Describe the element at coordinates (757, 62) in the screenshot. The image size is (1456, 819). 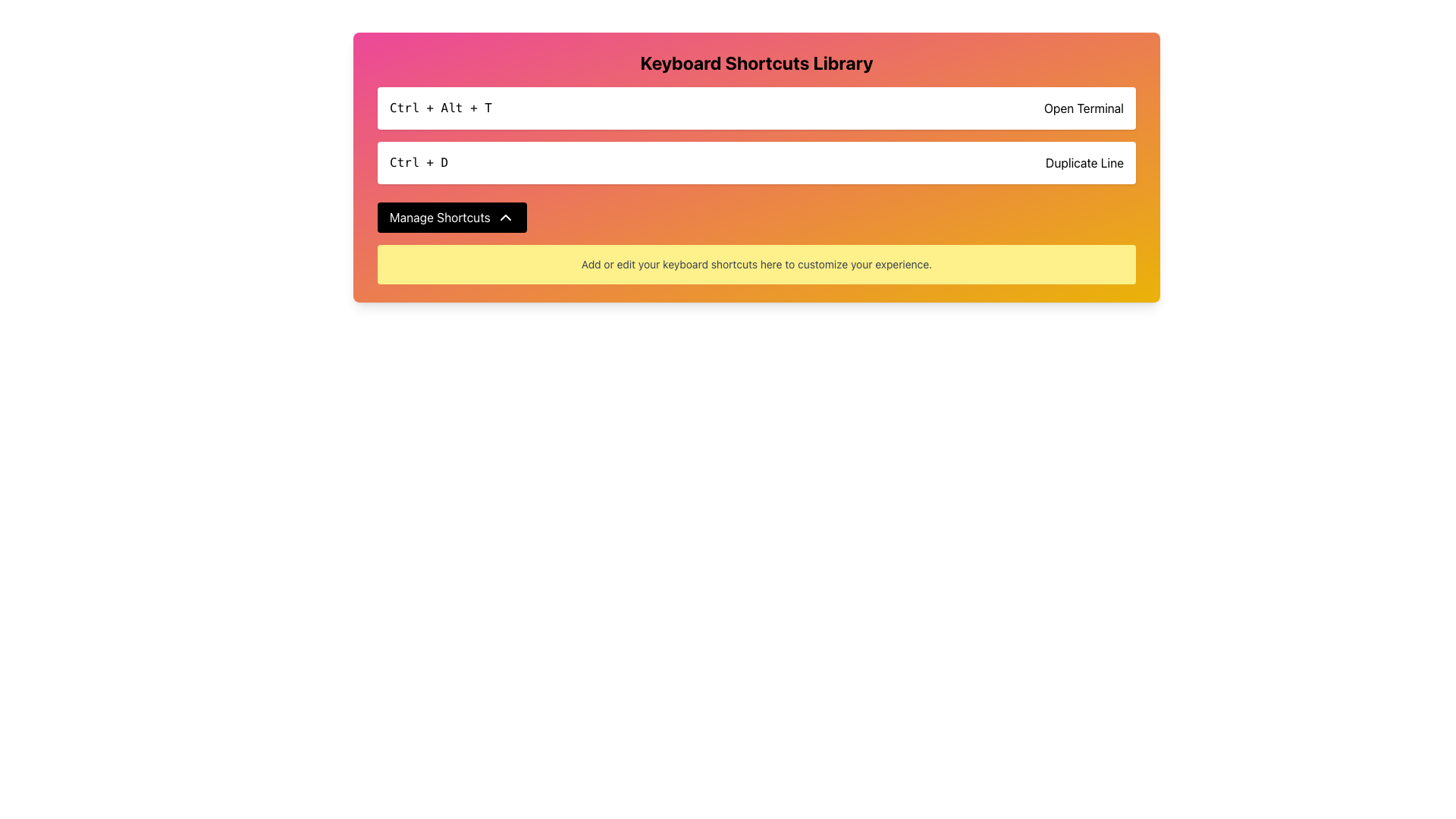
I see `the header Text Label that indicates the context of the keyboard shortcuts available below` at that location.